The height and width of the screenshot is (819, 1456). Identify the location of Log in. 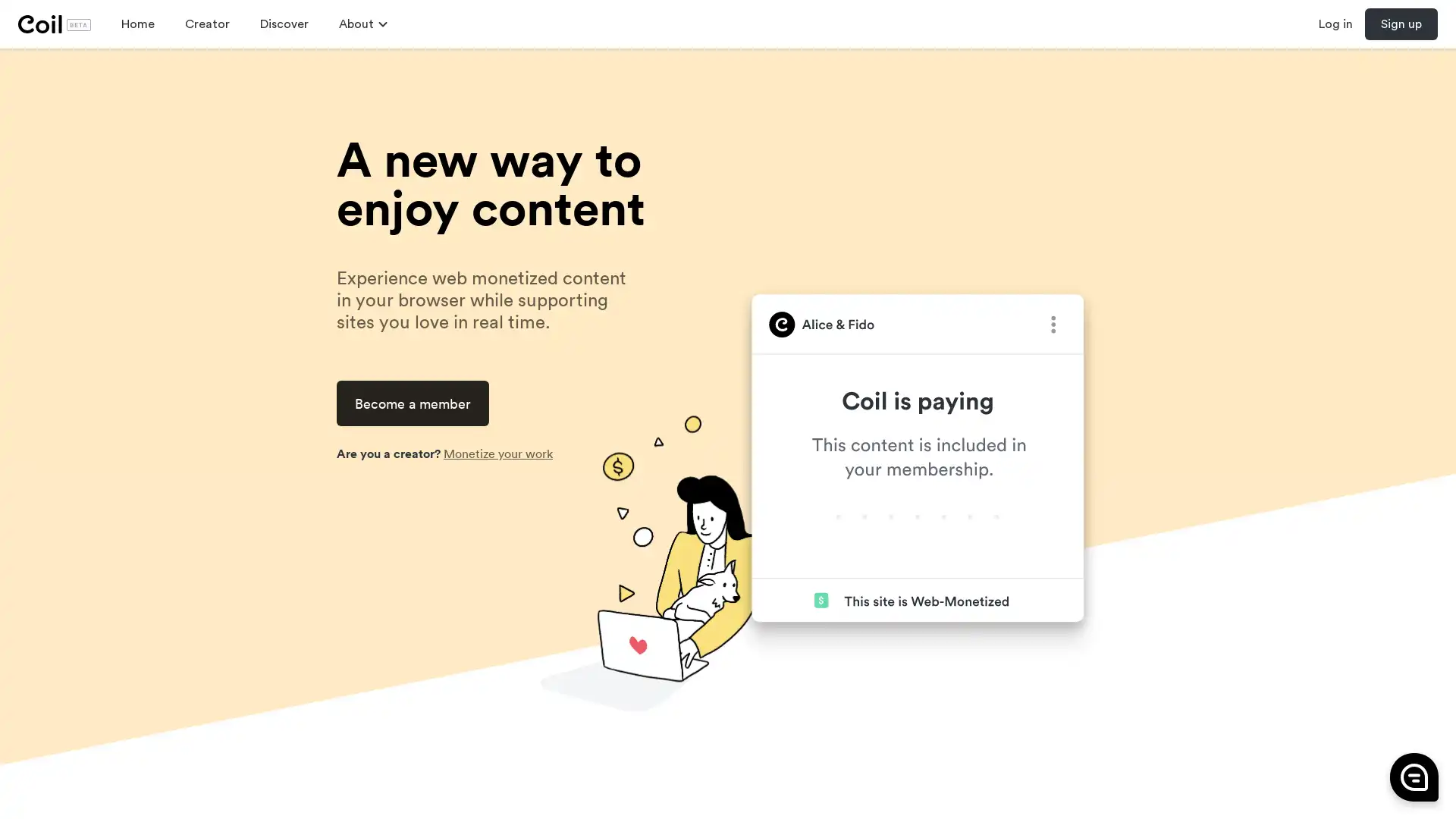
(1335, 24).